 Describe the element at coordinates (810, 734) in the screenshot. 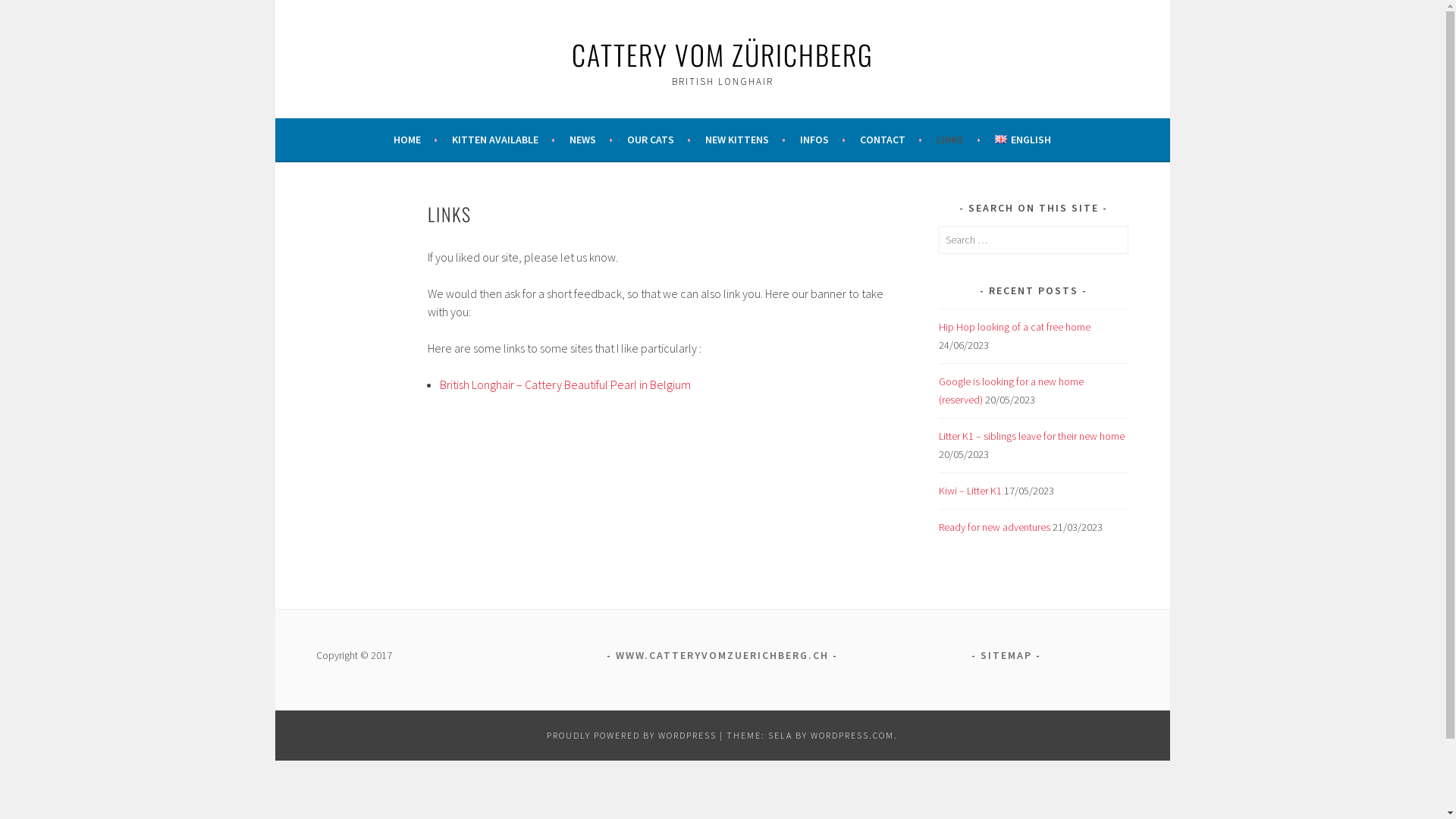

I see `'WORDPRESS.COM'` at that location.